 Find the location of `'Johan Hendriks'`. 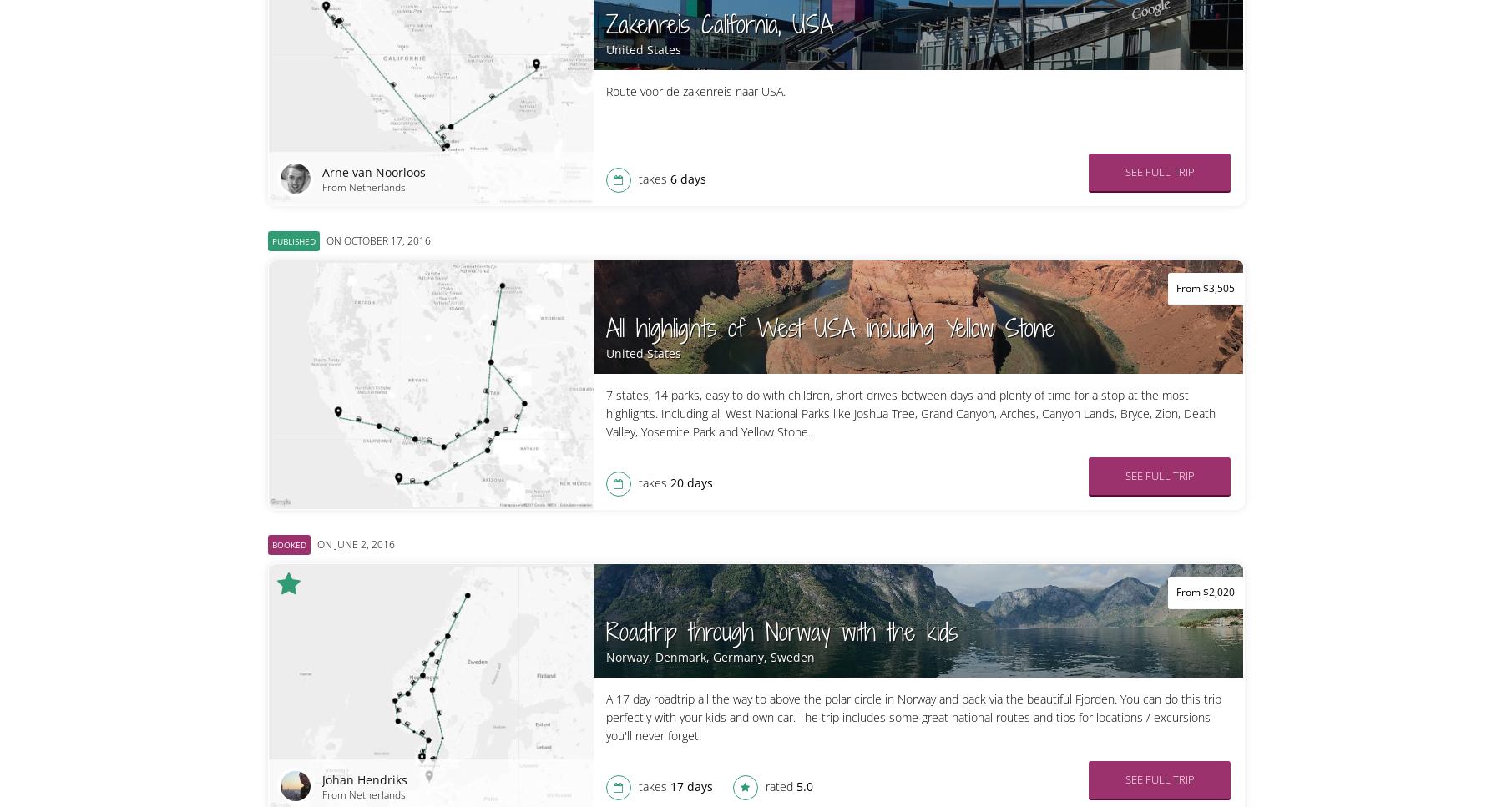

'Johan Hendriks' is located at coordinates (364, 779).